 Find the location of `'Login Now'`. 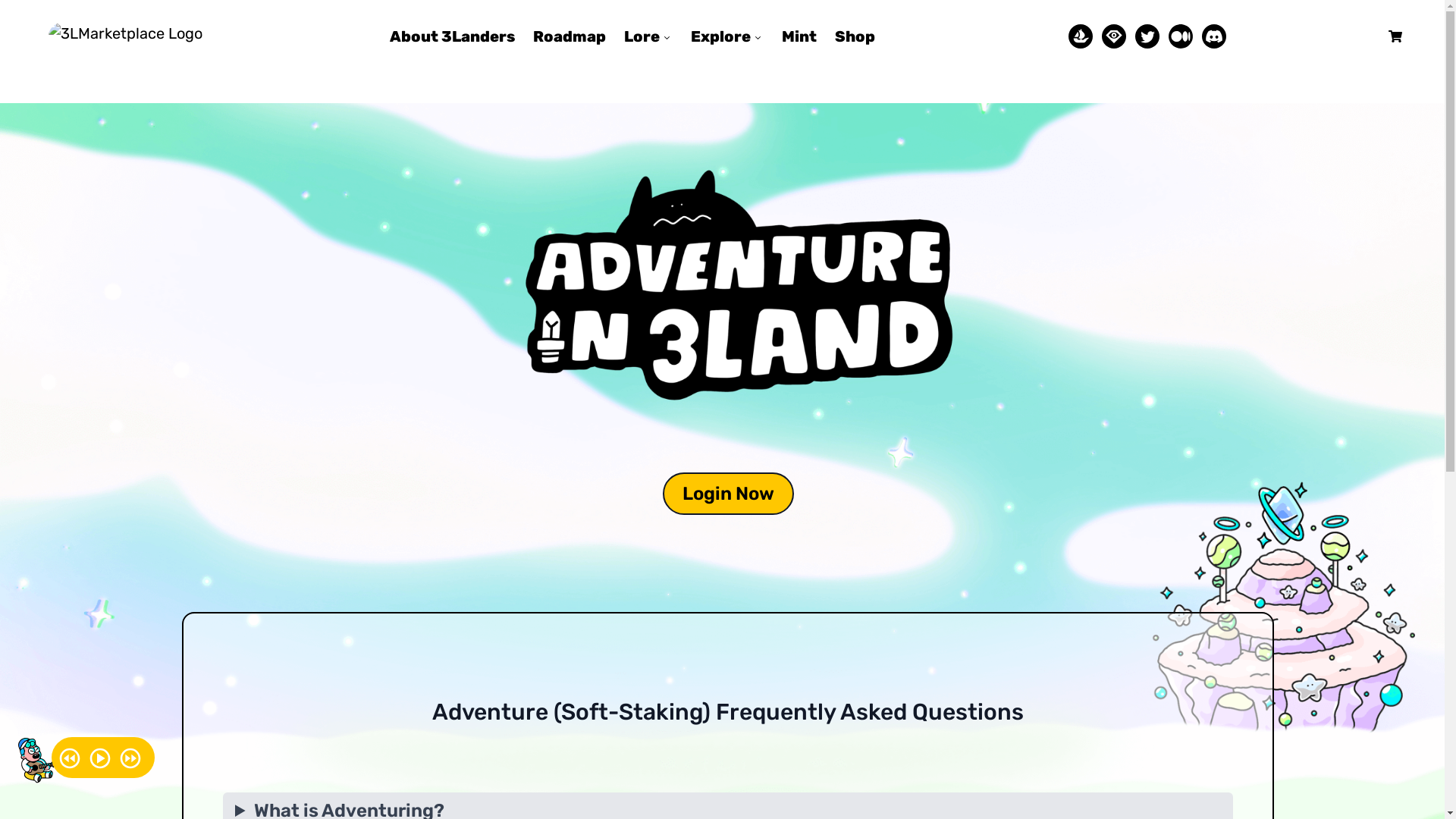

'Login Now' is located at coordinates (728, 494).